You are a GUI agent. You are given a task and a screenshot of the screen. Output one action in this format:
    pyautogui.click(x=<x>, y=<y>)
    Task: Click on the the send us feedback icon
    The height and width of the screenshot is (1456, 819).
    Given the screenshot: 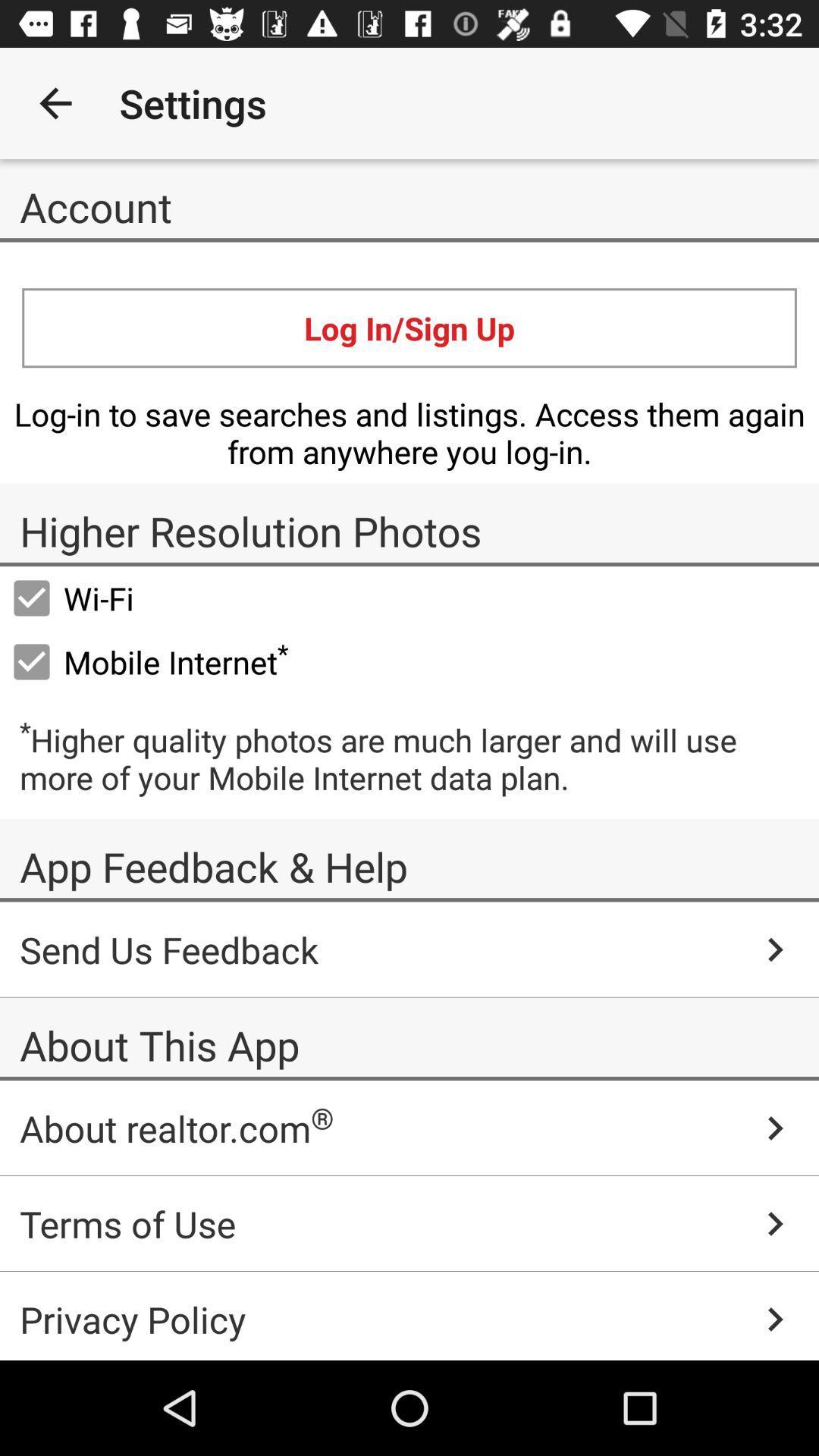 What is the action you would take?
    pyautogui.click(x=409, y=949)
    